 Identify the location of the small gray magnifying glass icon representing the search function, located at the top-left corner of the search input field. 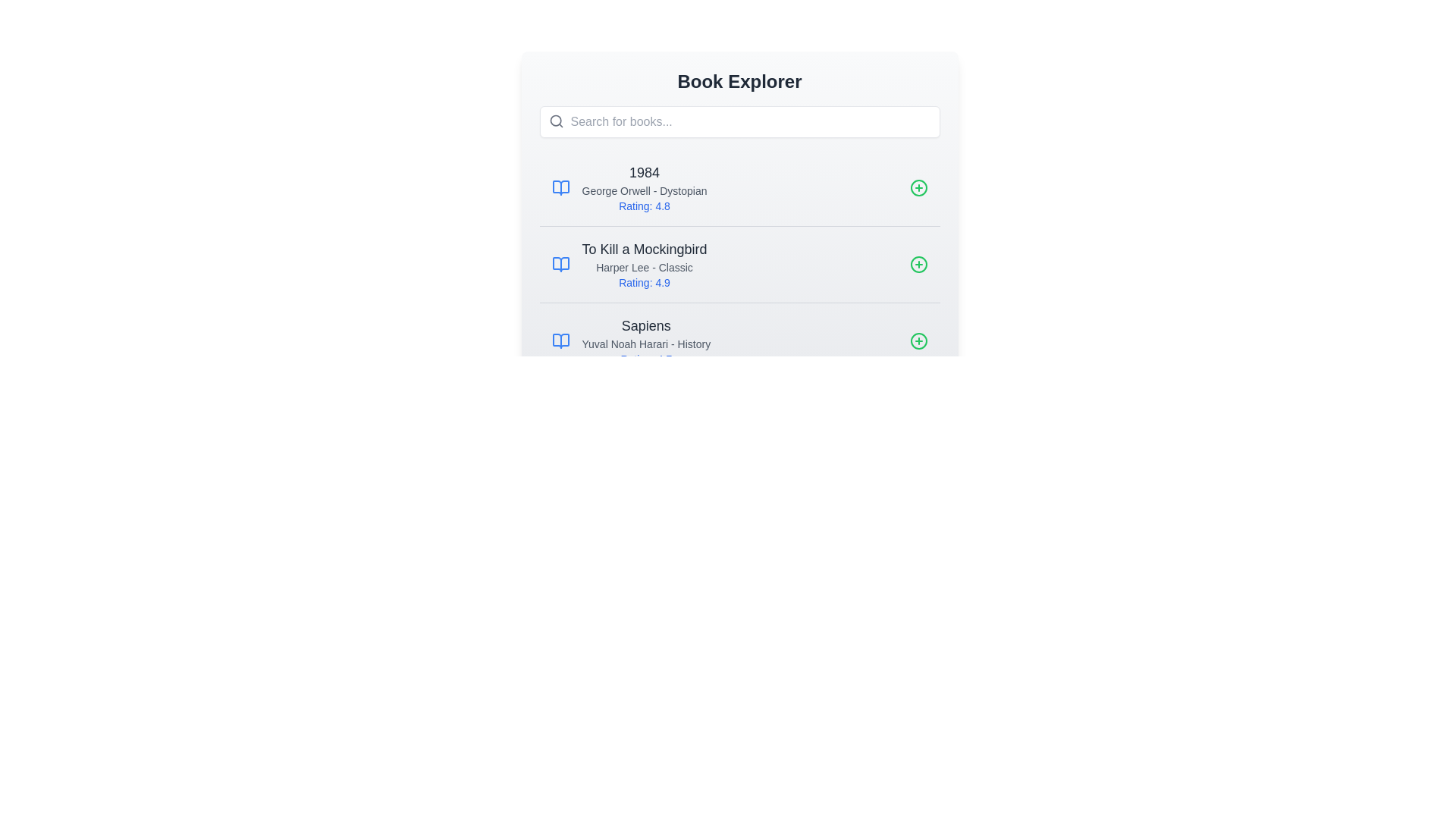
(555, 120).